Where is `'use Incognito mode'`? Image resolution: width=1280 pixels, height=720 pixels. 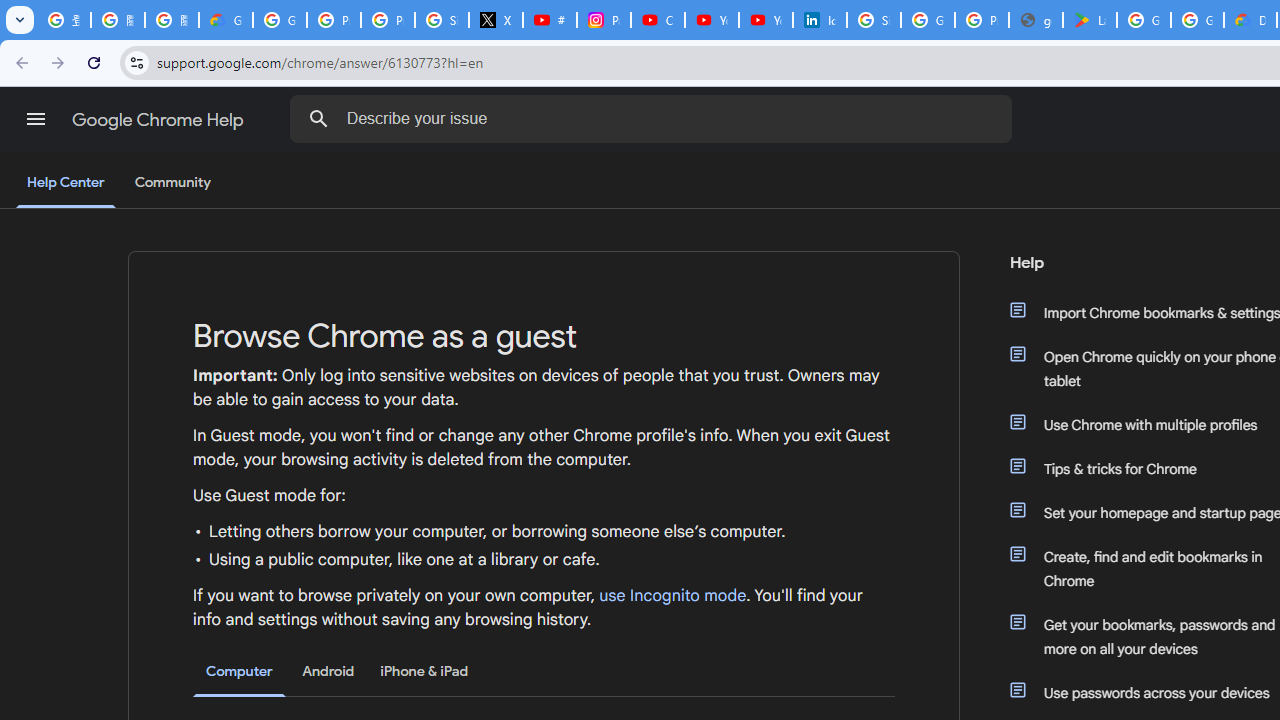
'use Incognito mode' is located at coordinates (673, 595).